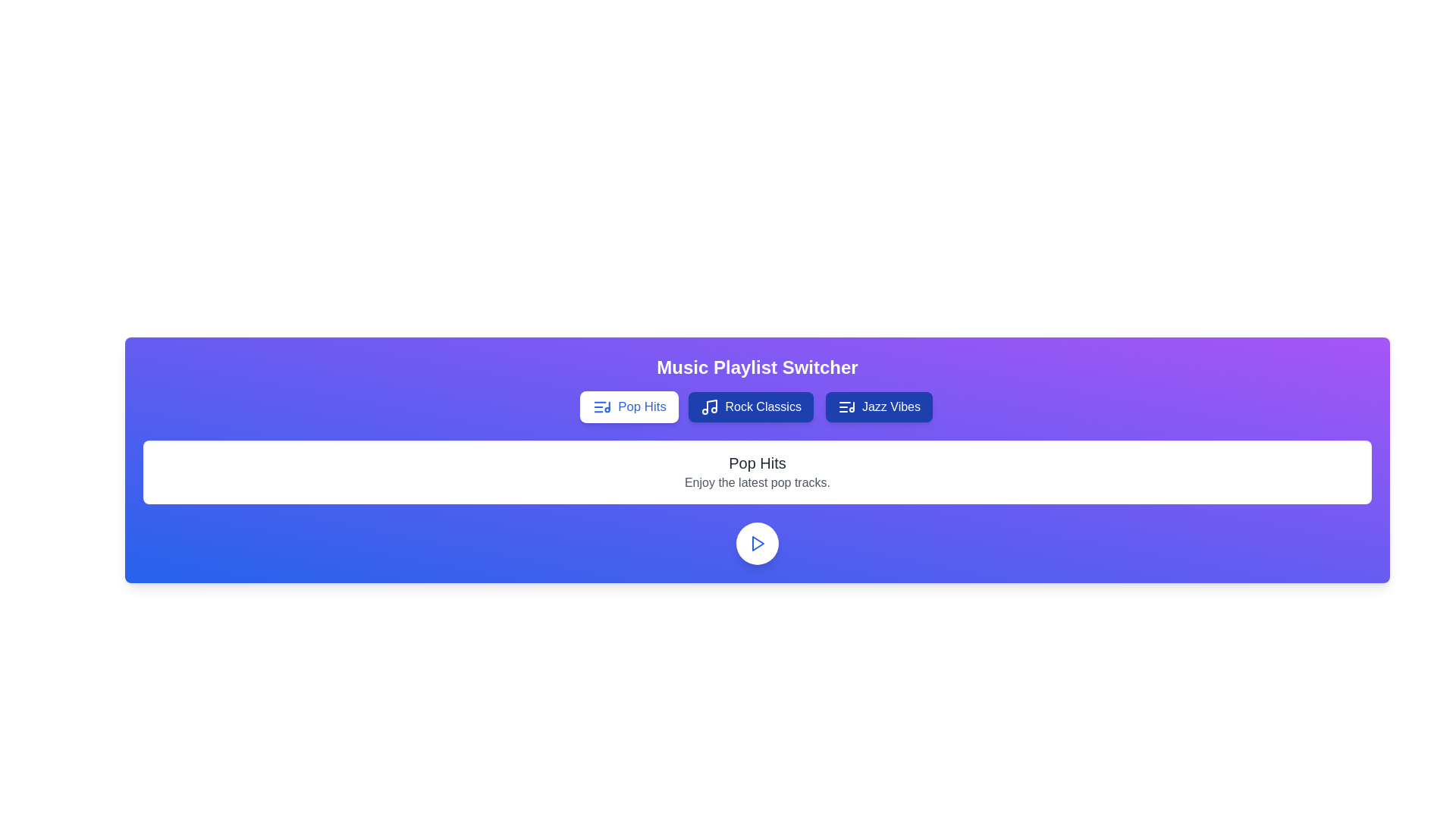 Image resolution: width=1456 pixels, height=819 pixels. What do you see at coordinates (751, 406) in the screenshot?
I see `the 'Rock Classics' button, which features a musical note icon and a bold blue background, to switch to the 'Rock Classics' playlist` at bounding box center [751, 406].